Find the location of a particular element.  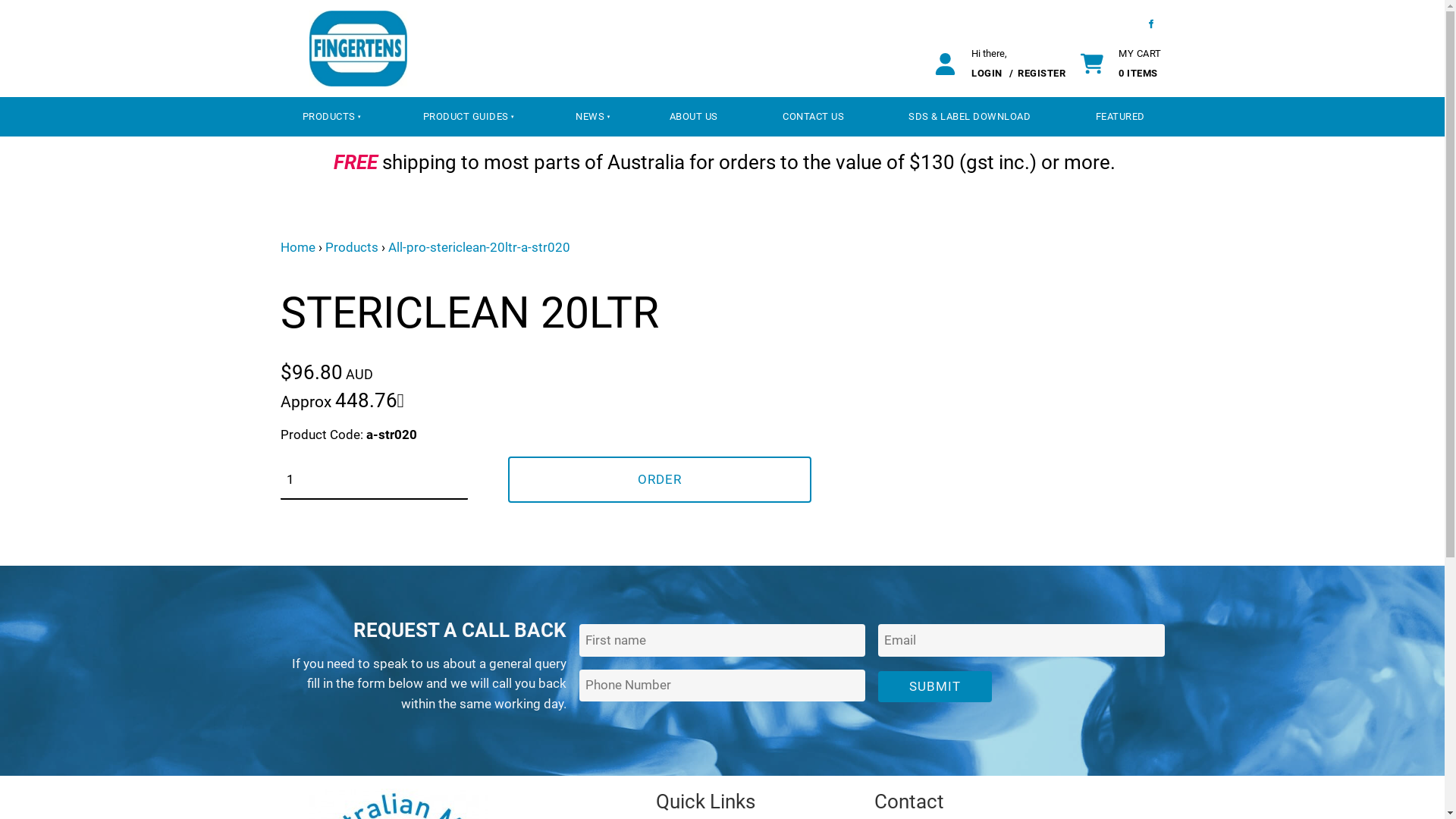

'PRODUCTS' is located at coordinates (326, 116).